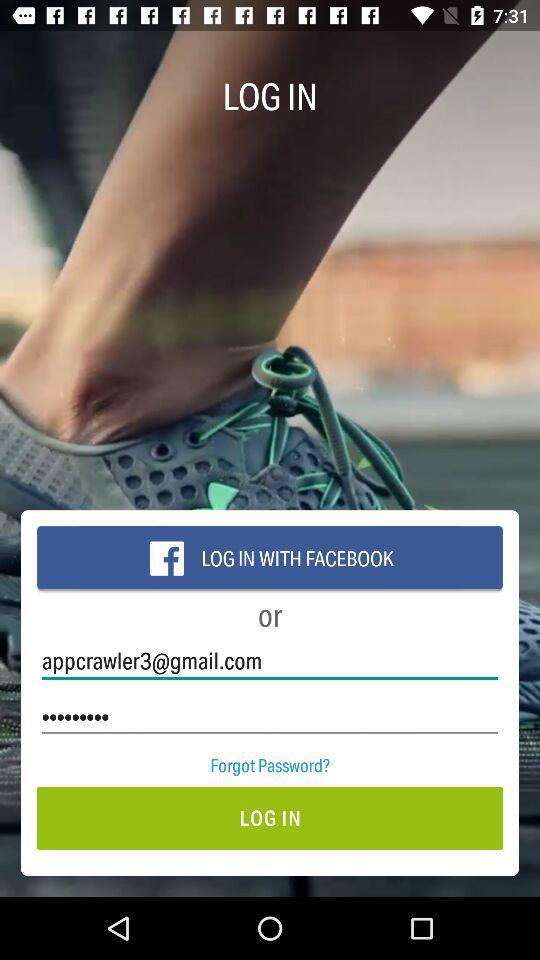  What do you see at coordinates (270, 716) in the screenshot?
I see `crowd3116 icon` at bounding box center [270, 716].